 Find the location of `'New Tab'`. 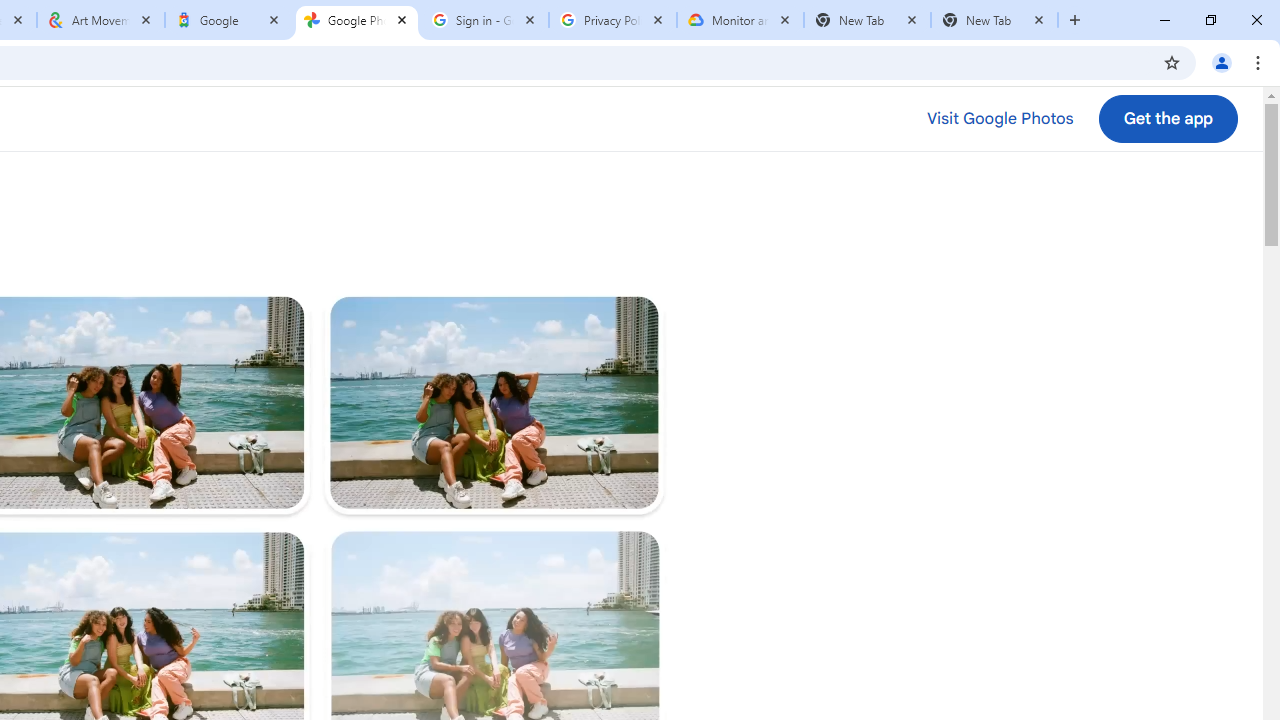

'New Tab' is located at coordinates (994, 20).